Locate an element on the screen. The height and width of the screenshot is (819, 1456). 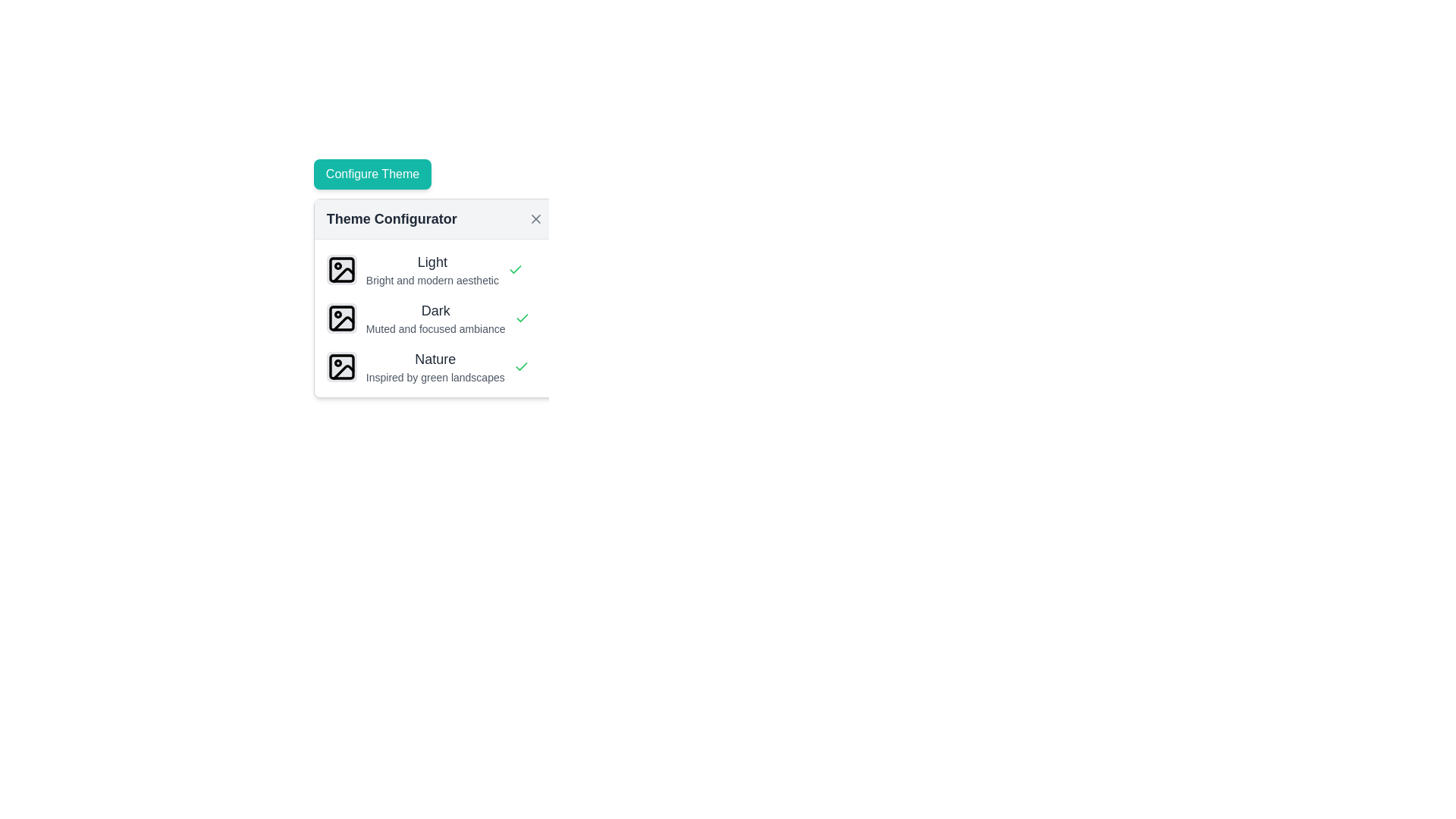
the theme activation icon located to the right of the 'Bright and modern aesthetic' option in the 'Theme Configurator' dialog box under the 'Light' theme category is located at coordinates (515, 268).